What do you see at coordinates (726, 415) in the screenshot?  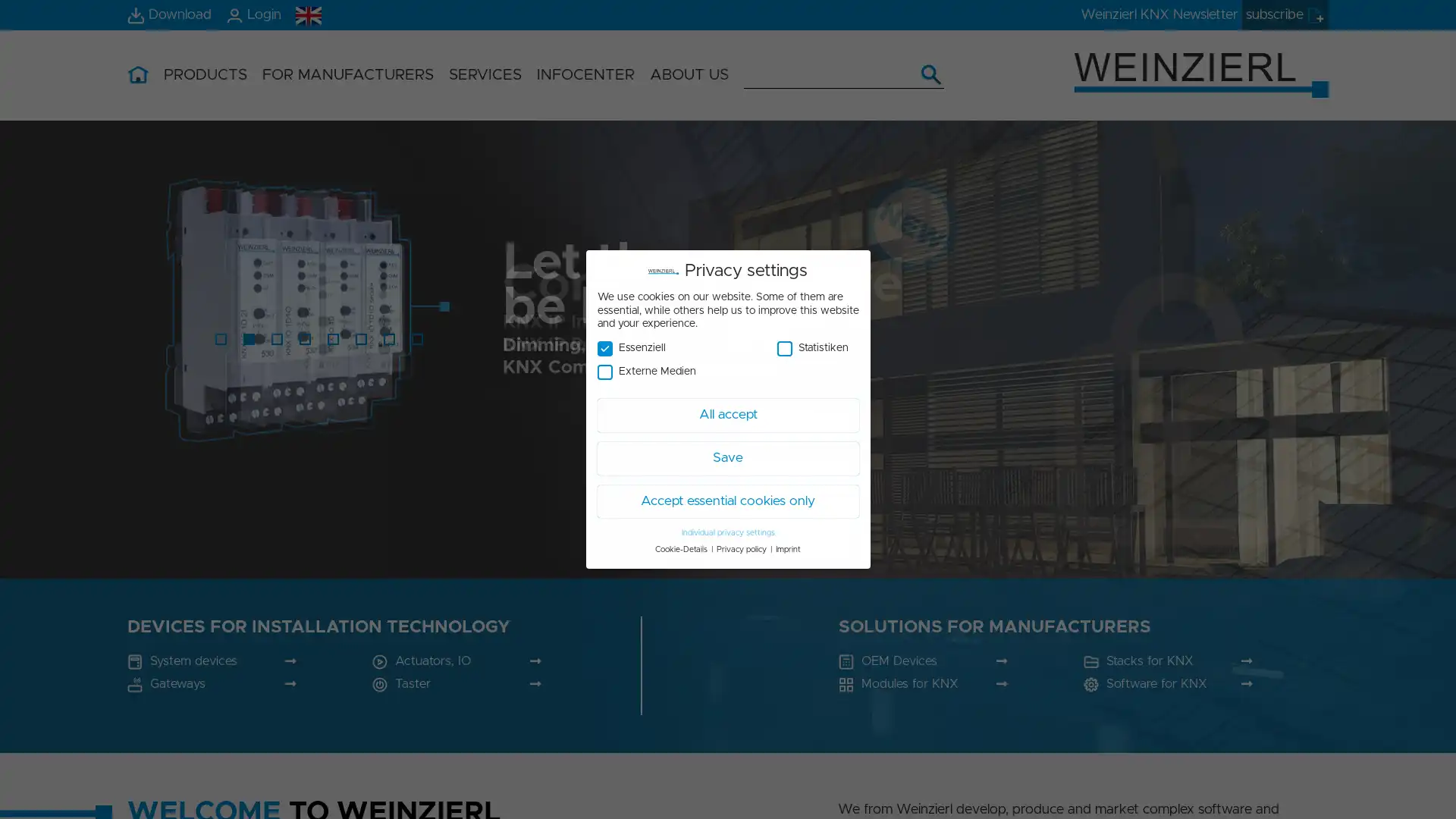 I see `All accept` at bounding box center [726, 415].